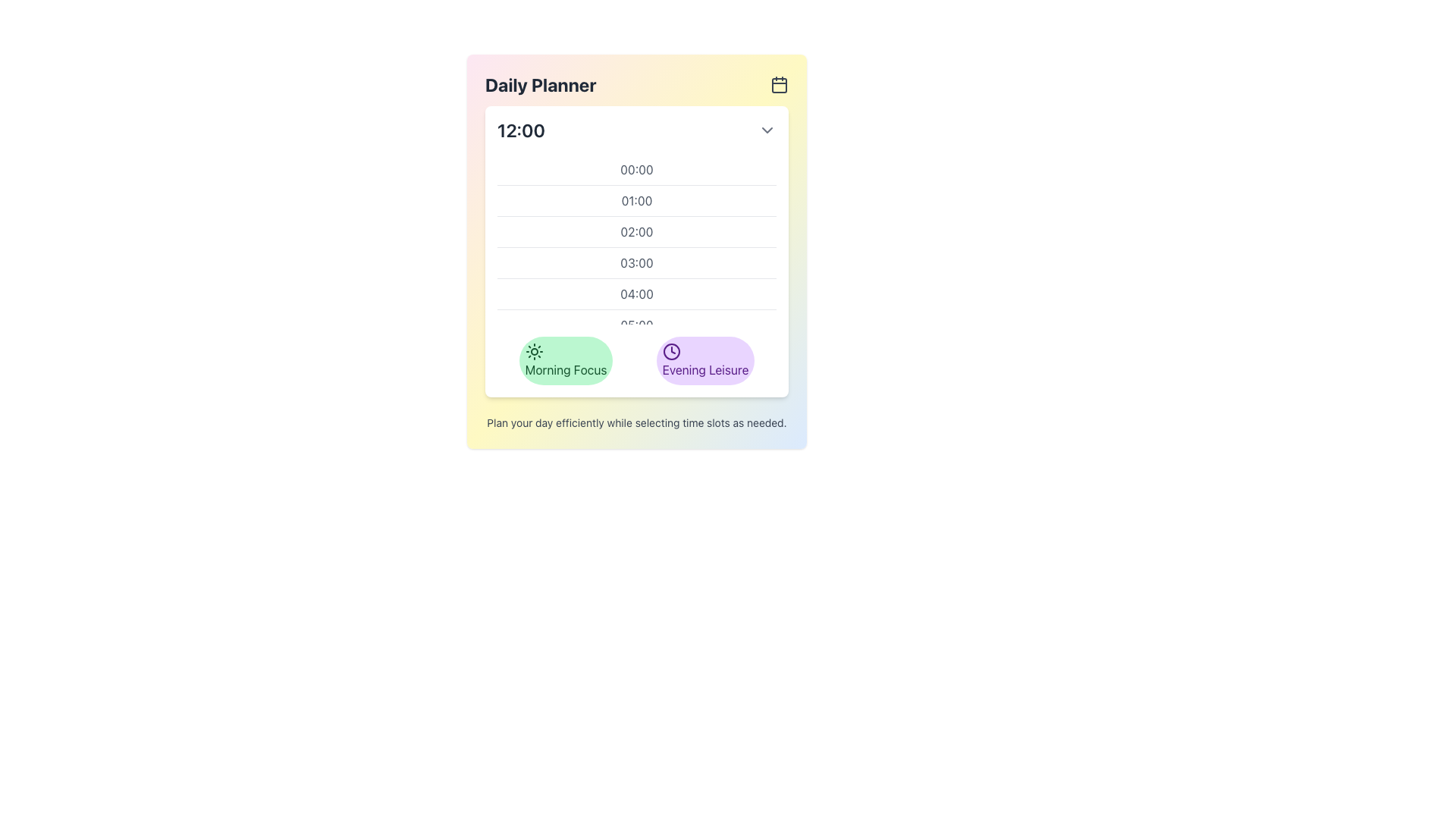 Image resolution: width=1456 pixels, height=819 pixels. Describe the element at coordinates (637, 231) in the screenshot. I see `the list item displaying the time '02:00'` at that location.